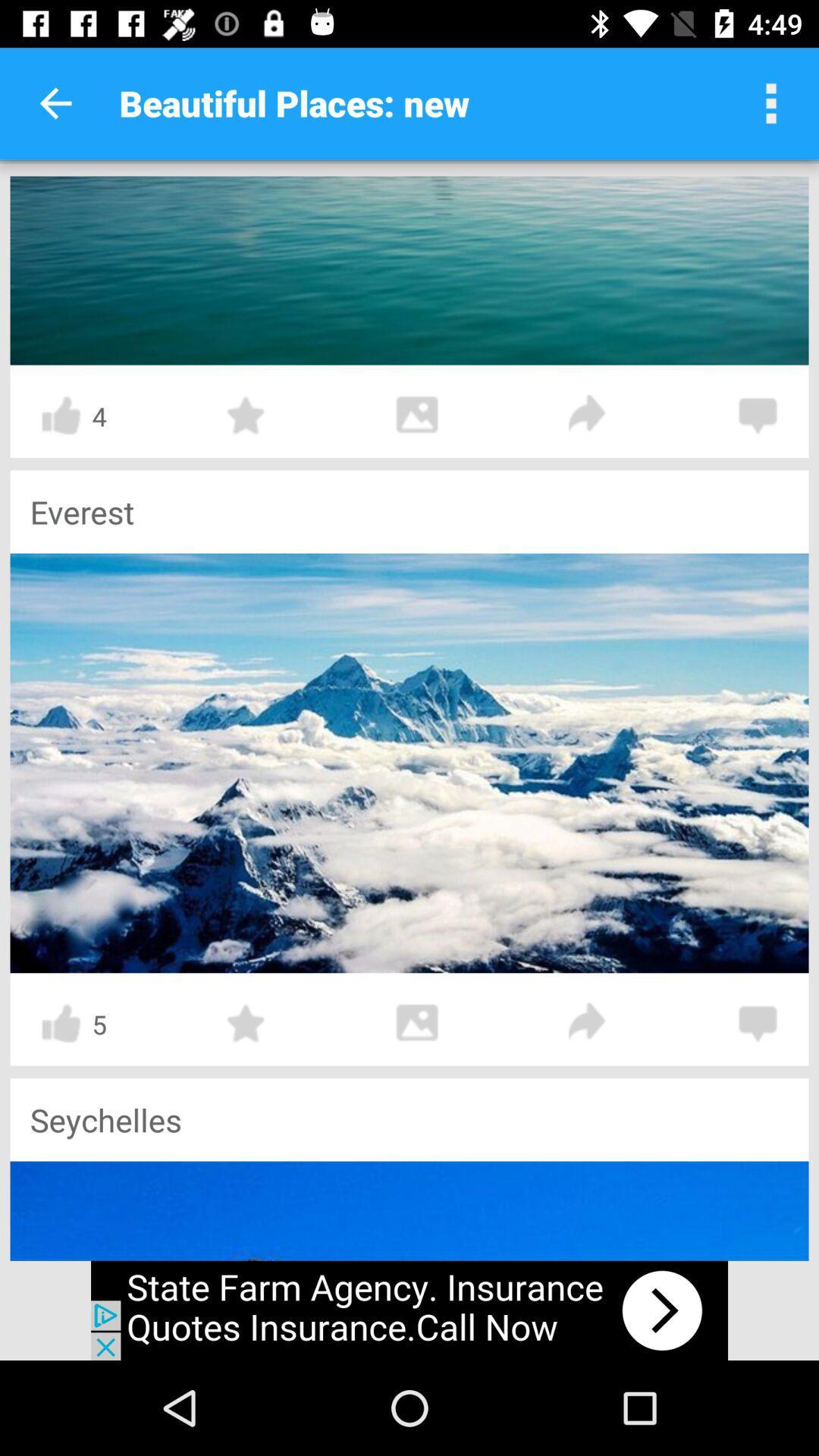  Describe the element at coordinates (587, 416) in the screenshot. I see `front` at that location.